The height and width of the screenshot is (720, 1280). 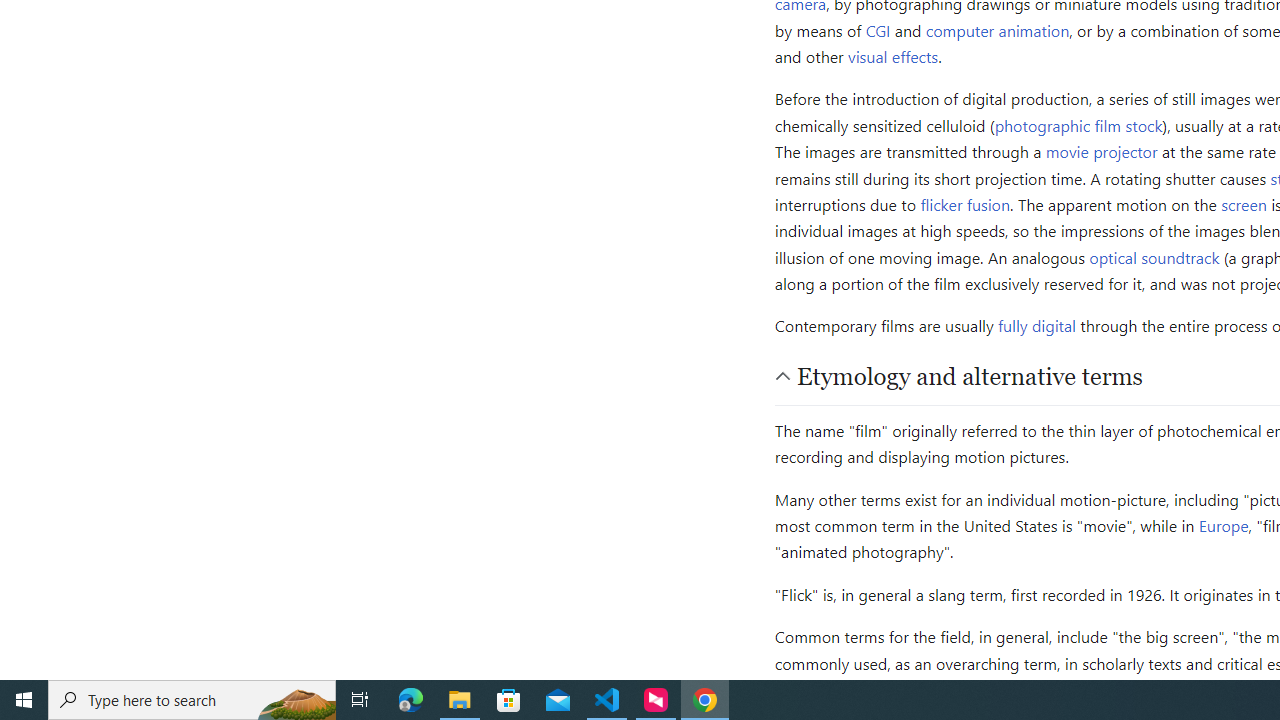 What do you see at coordinates (965, 204) in the screenshot?
I see `'flicker fusion'` at bounding box center [965, 204].